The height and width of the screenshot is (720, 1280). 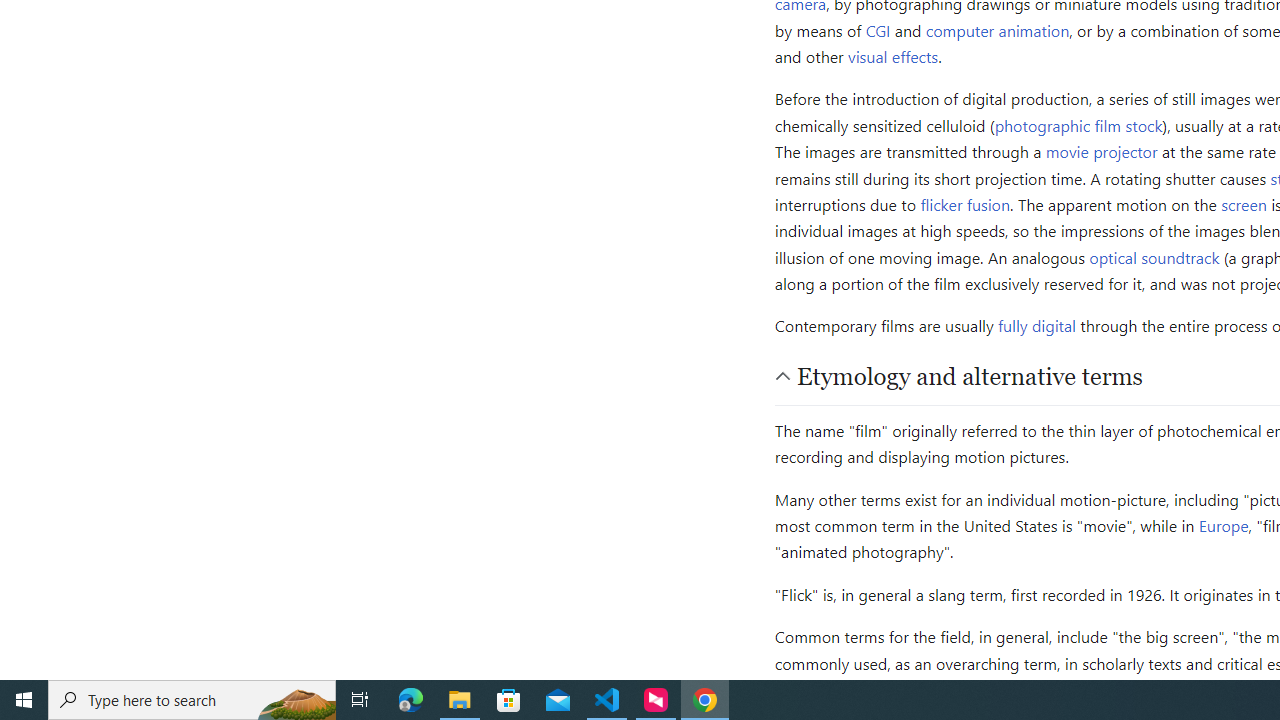 What do you see at coordinates (965, 204) in the screenshot?
I see `'flicker fusion'` at bounding box center [965, 204].